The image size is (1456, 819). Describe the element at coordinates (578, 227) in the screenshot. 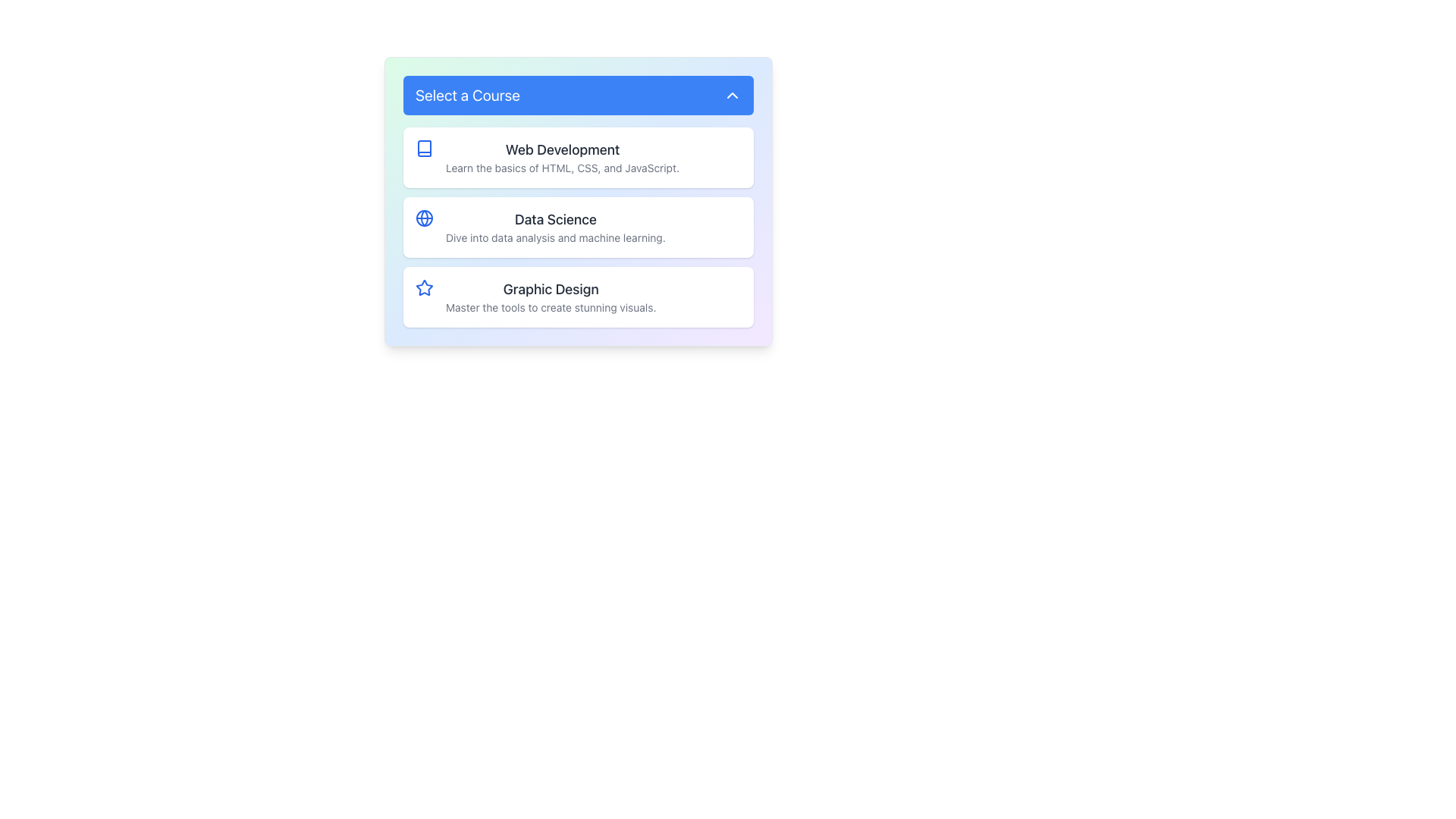

I see `the 'Data Science' selectable list item` at that location.